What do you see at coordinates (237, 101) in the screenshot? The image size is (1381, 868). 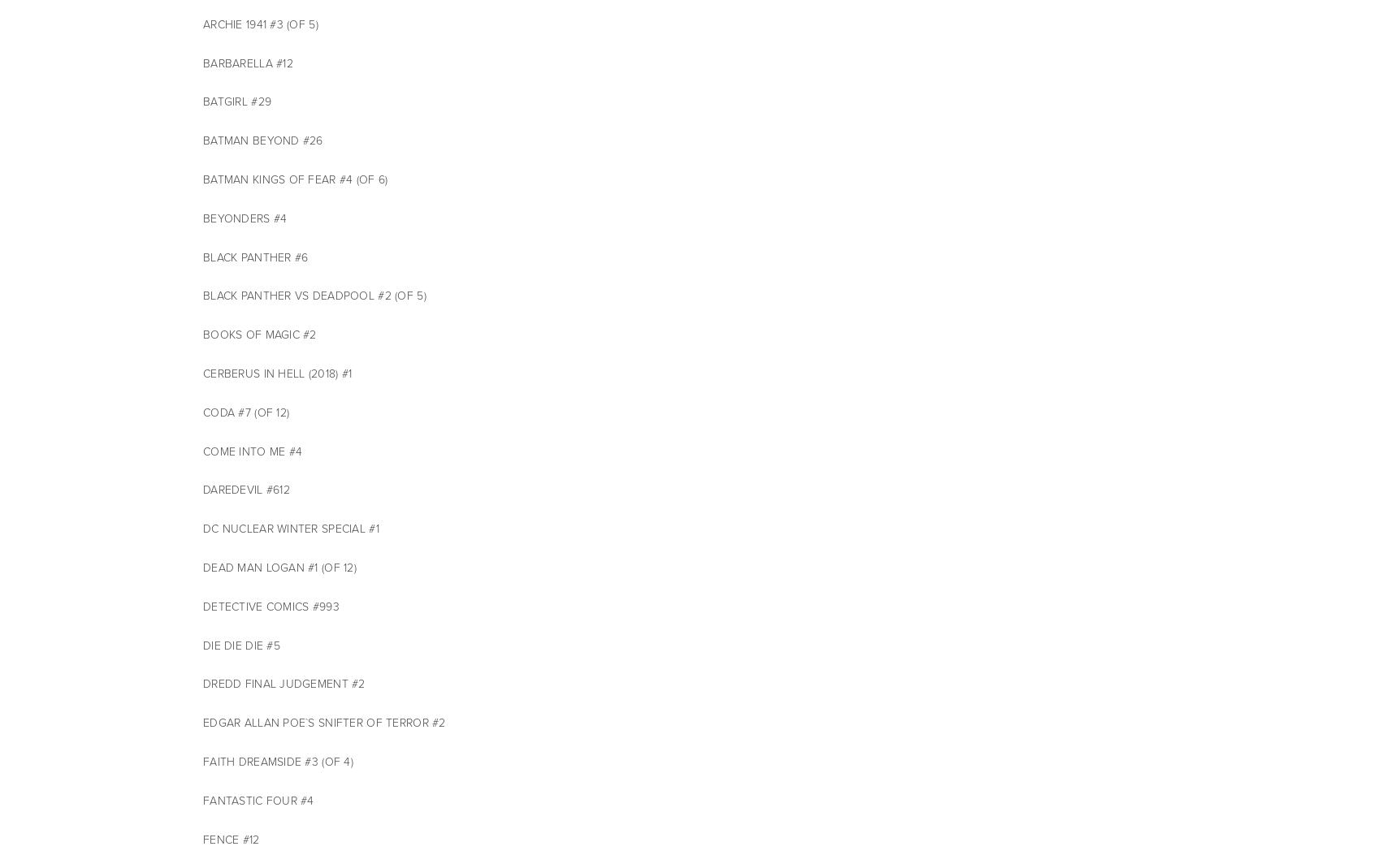 I see `'BATGIRL #29'` at bounding box center [237, 101].